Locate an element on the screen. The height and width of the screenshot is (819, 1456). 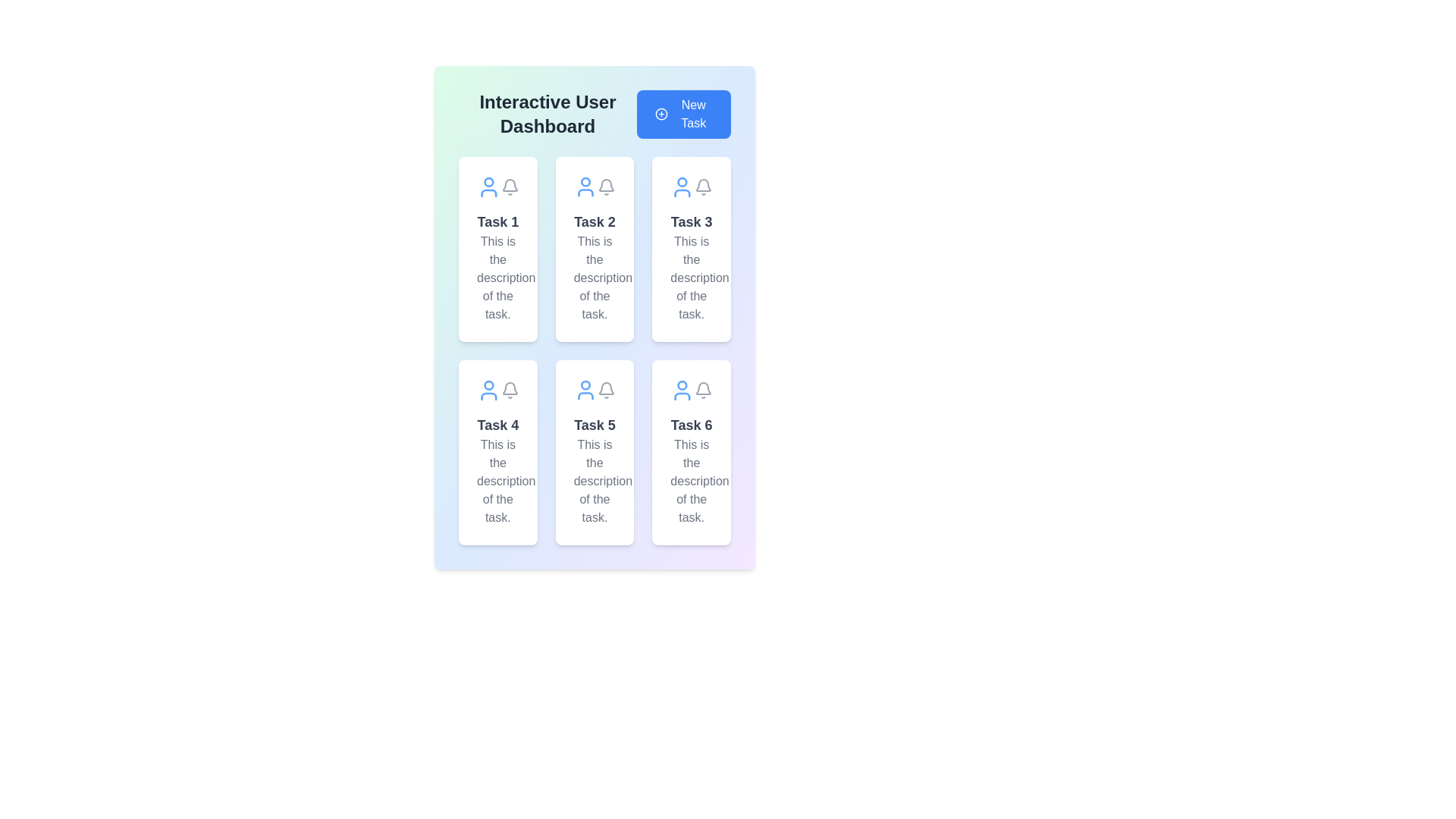
the SVG Circle that visually represents the user's profile or avatar within the Task 4 card, located at the center of the user icon above the task title is located at coordinates (488, 384).